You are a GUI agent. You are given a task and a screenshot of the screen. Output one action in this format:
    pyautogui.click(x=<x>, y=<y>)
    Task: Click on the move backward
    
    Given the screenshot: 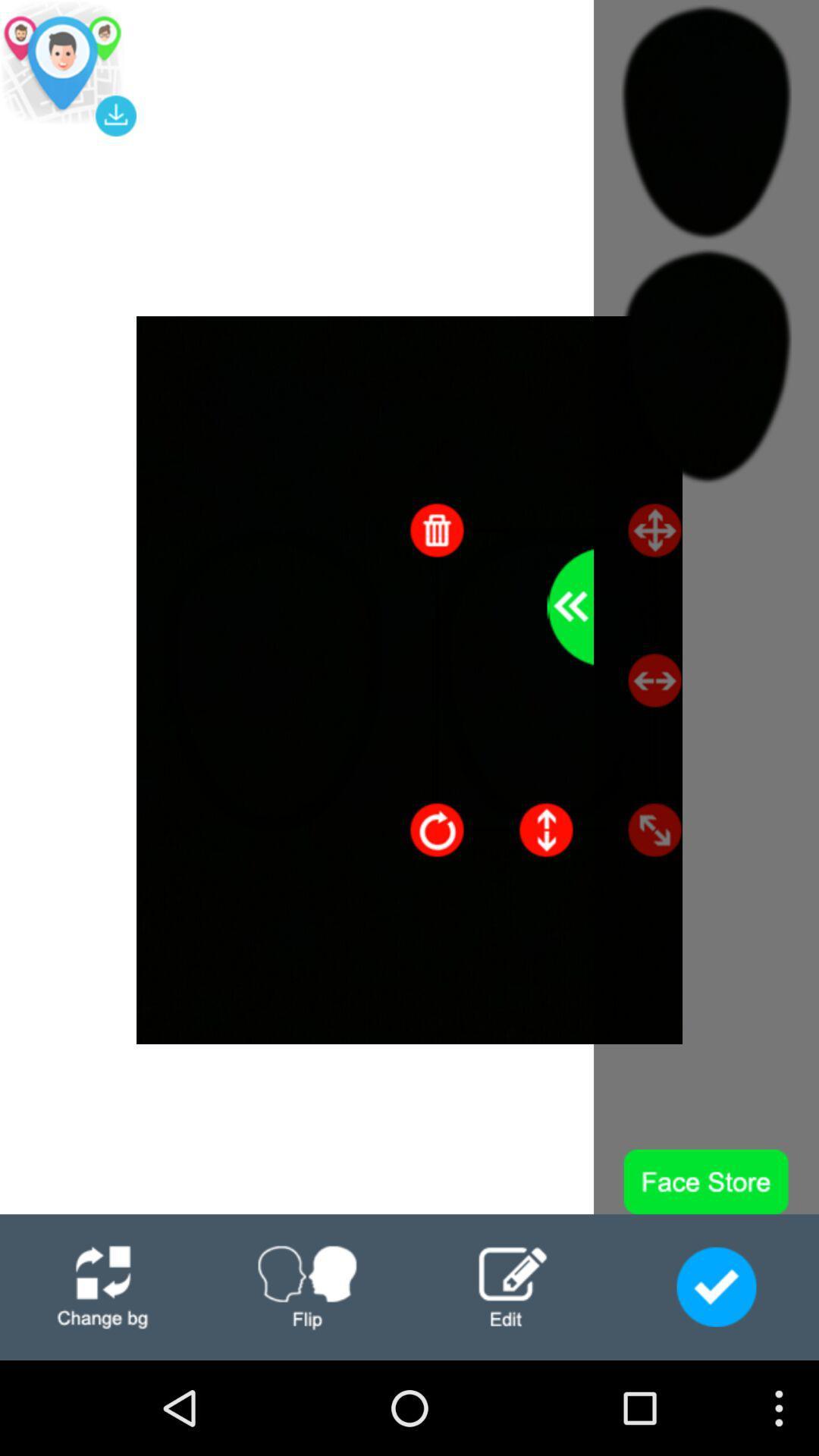 What is the action you would take?
    pyautogui.click(x=570, y=607)
    